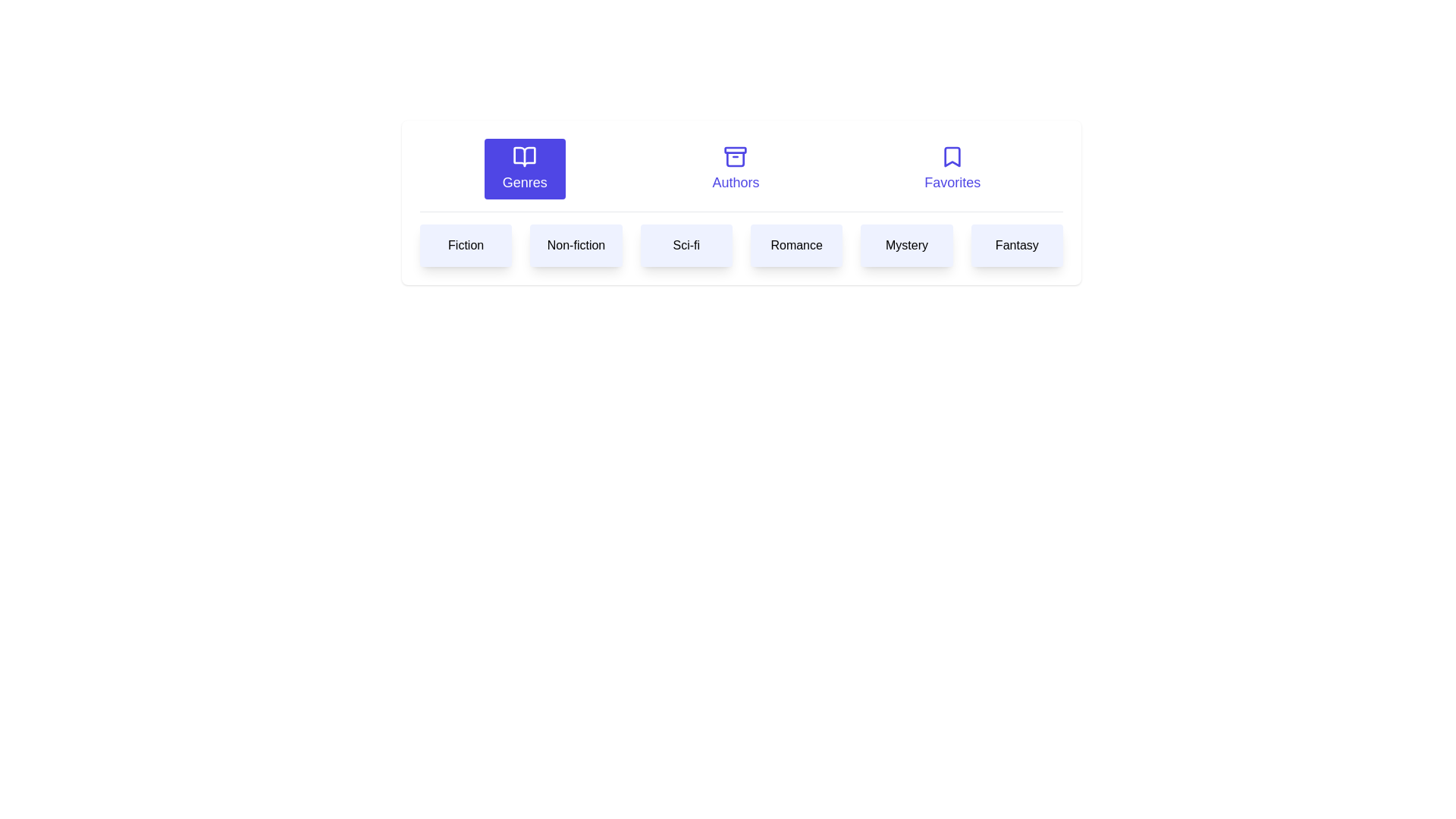  Describe the element at coordinates (524, 169) in the screenshot. I see `the Genres tab by clicking on its header` at that location.